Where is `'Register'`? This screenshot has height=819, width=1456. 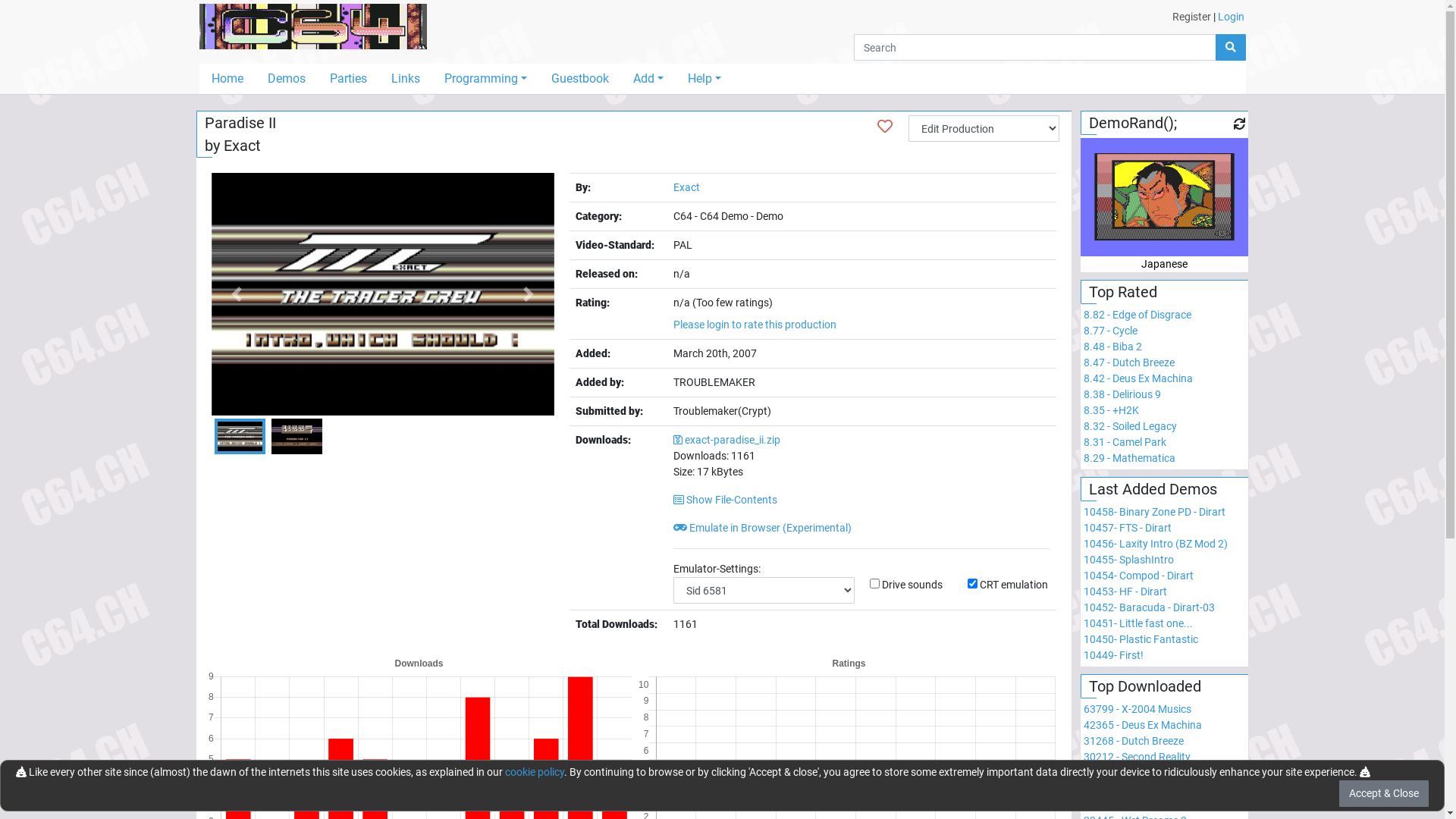
'Register' is located at coordinates (1191, 17).